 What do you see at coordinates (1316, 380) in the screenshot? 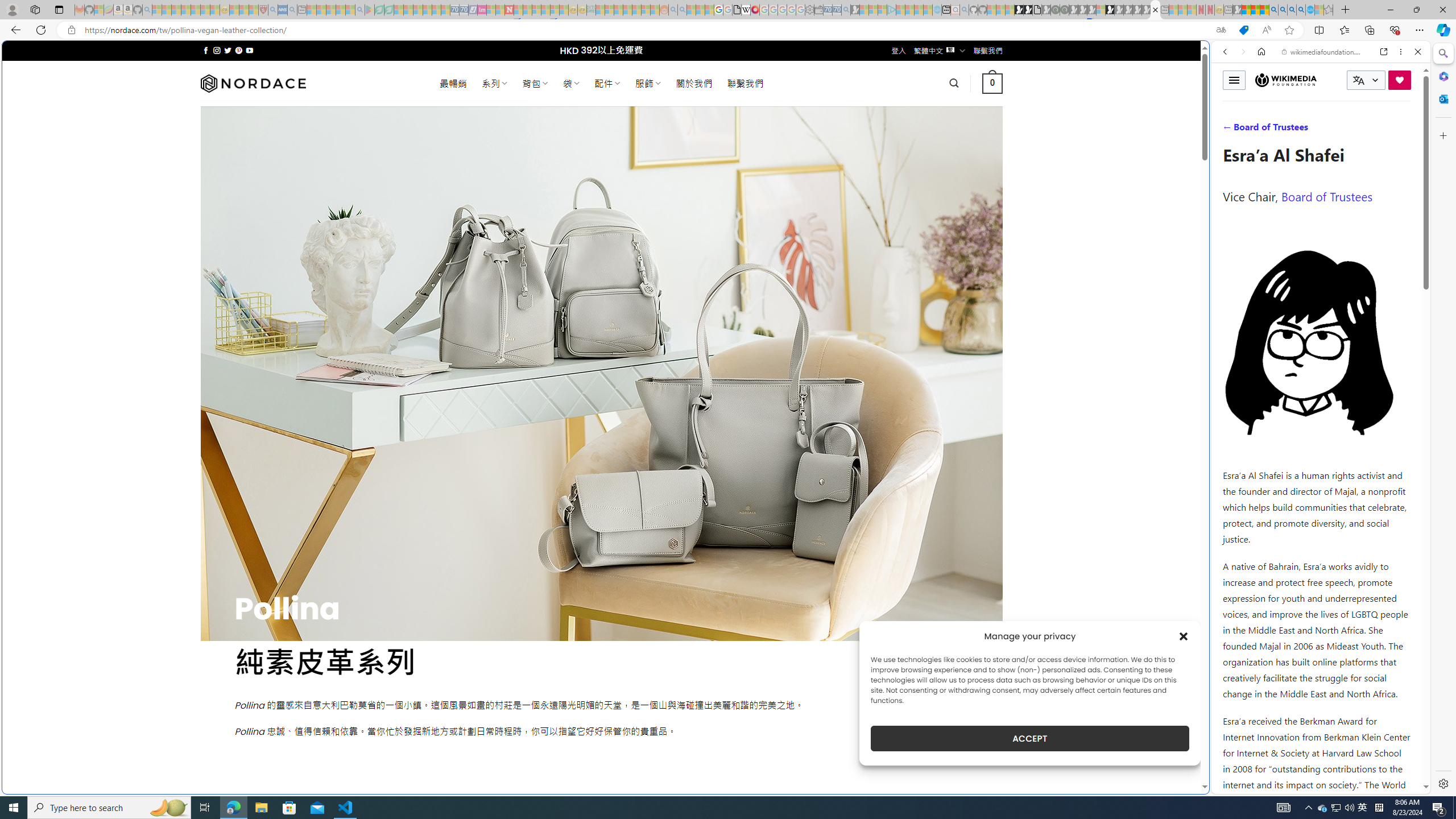
I see `'Wiktionary'` at bounding box center [1316, 380].